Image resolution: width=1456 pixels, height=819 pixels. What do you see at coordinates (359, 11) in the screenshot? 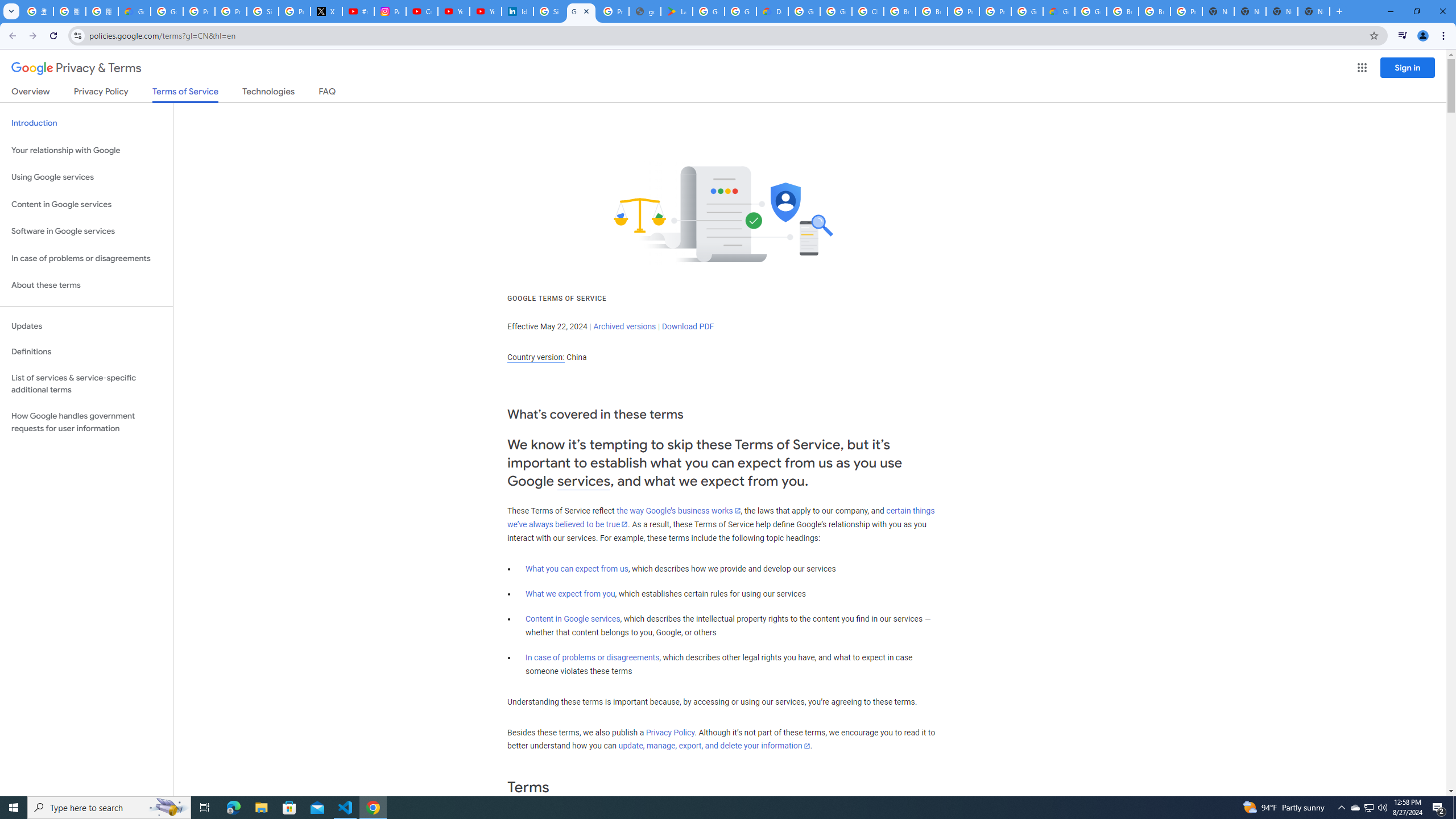
I see `'#nbabasketballhighlights - YouTube'` at bounding box center [359, 11].